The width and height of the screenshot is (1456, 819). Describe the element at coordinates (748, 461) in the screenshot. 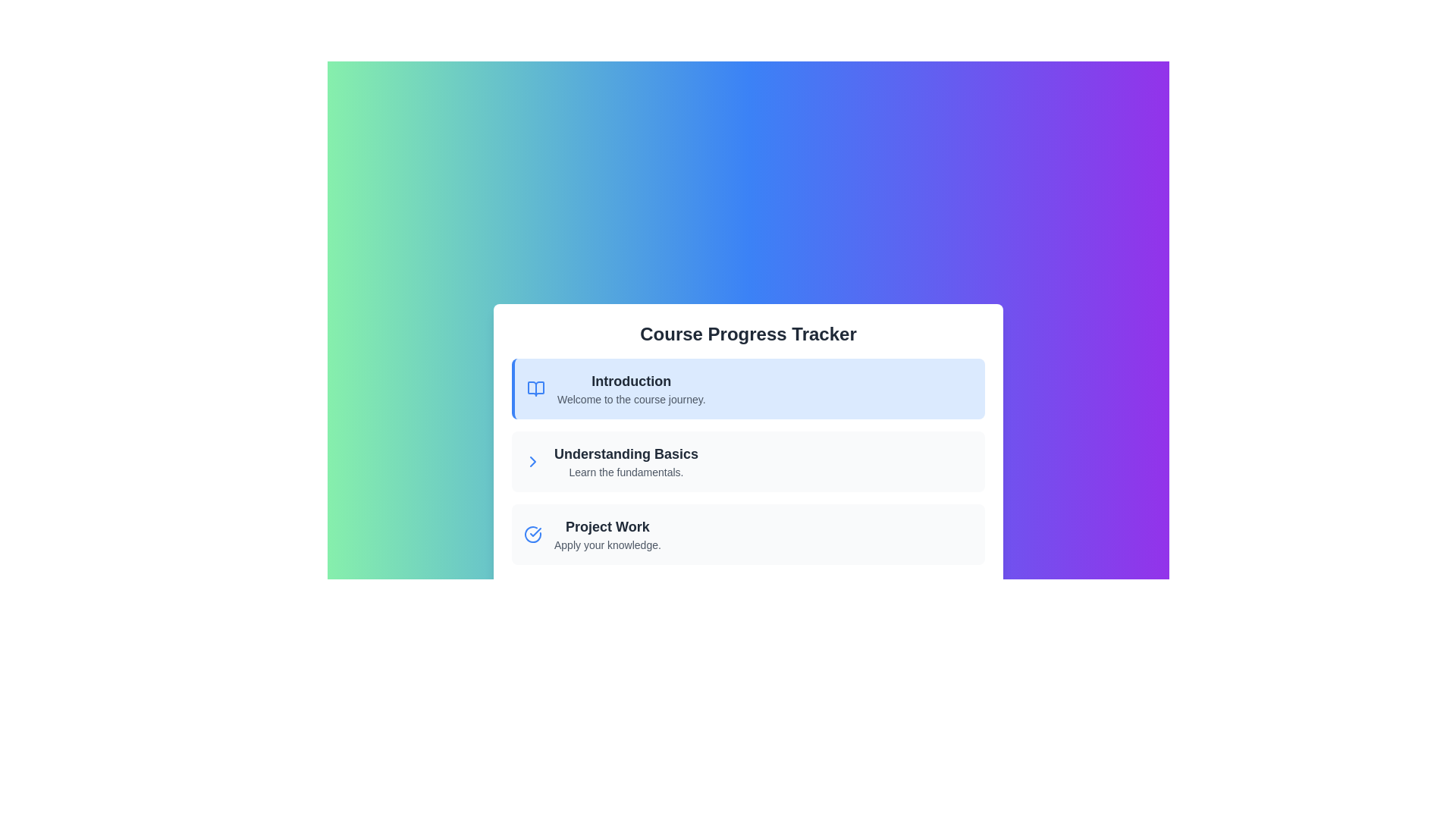

I see `the list item titled 'Understanding Basics' in the Course Progress Tracker` at that location.